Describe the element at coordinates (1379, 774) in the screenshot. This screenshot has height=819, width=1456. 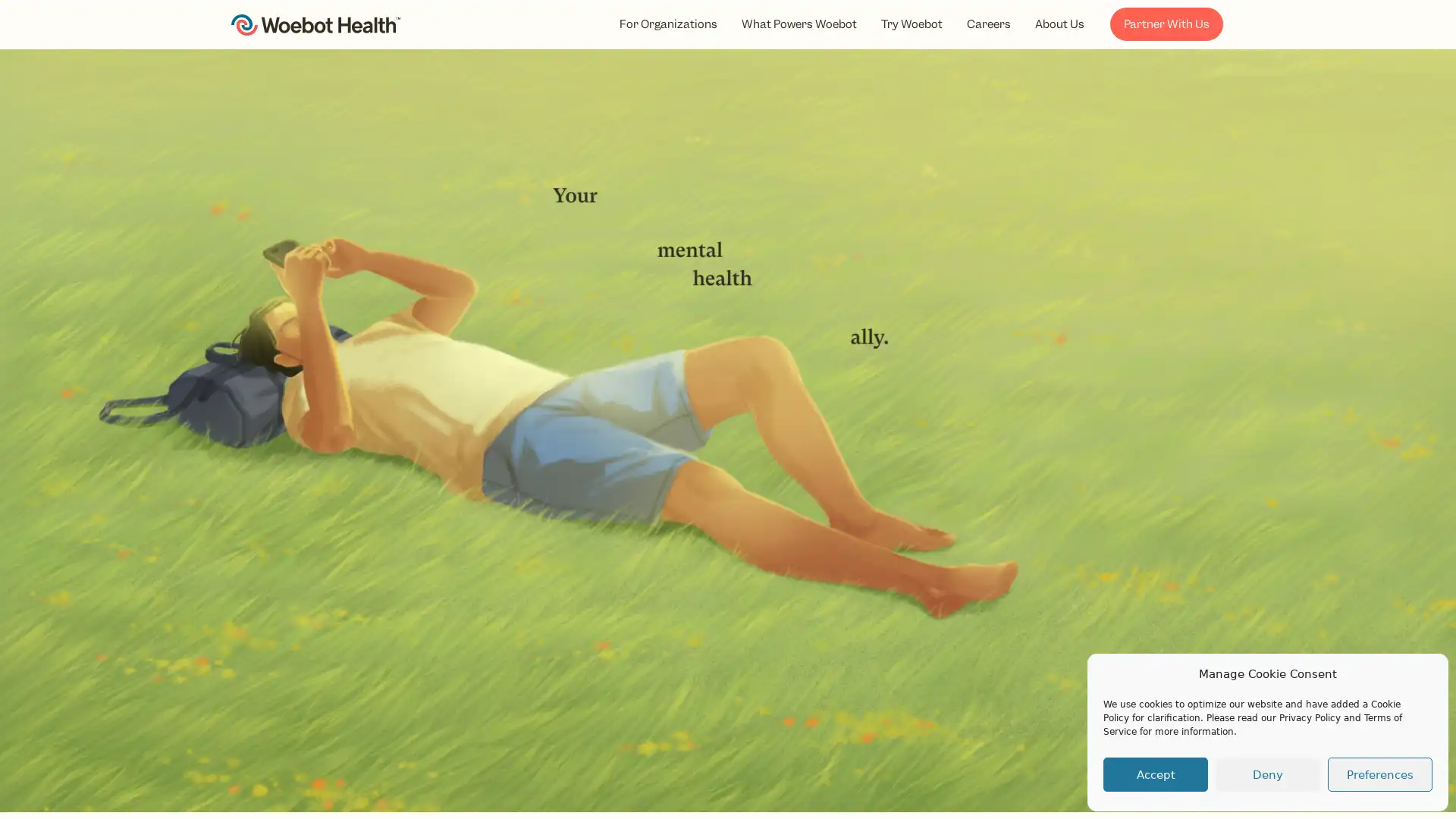
I see `Preferences` at that location.